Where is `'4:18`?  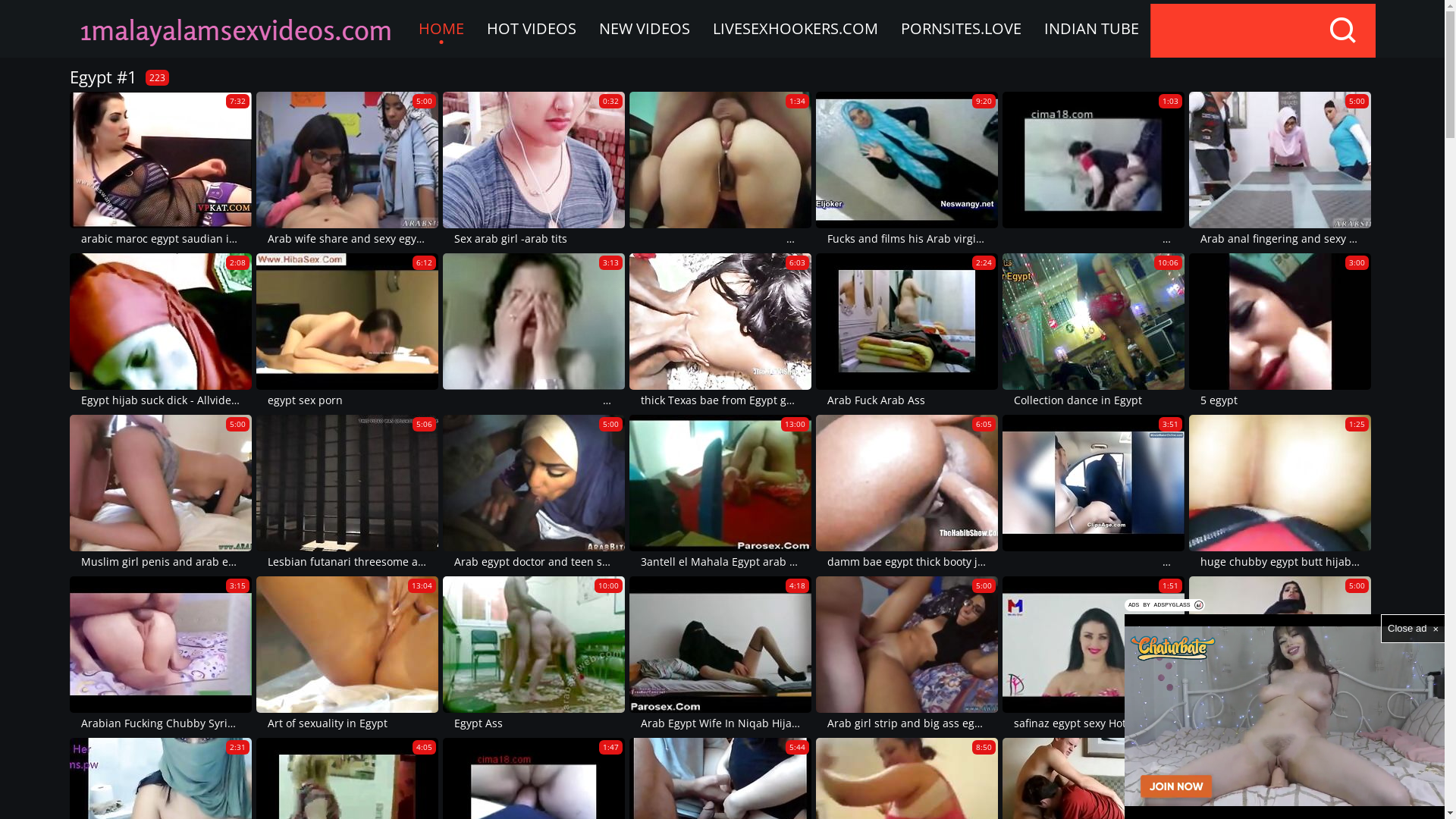 '4:18 is located at coordinates (720, 654).